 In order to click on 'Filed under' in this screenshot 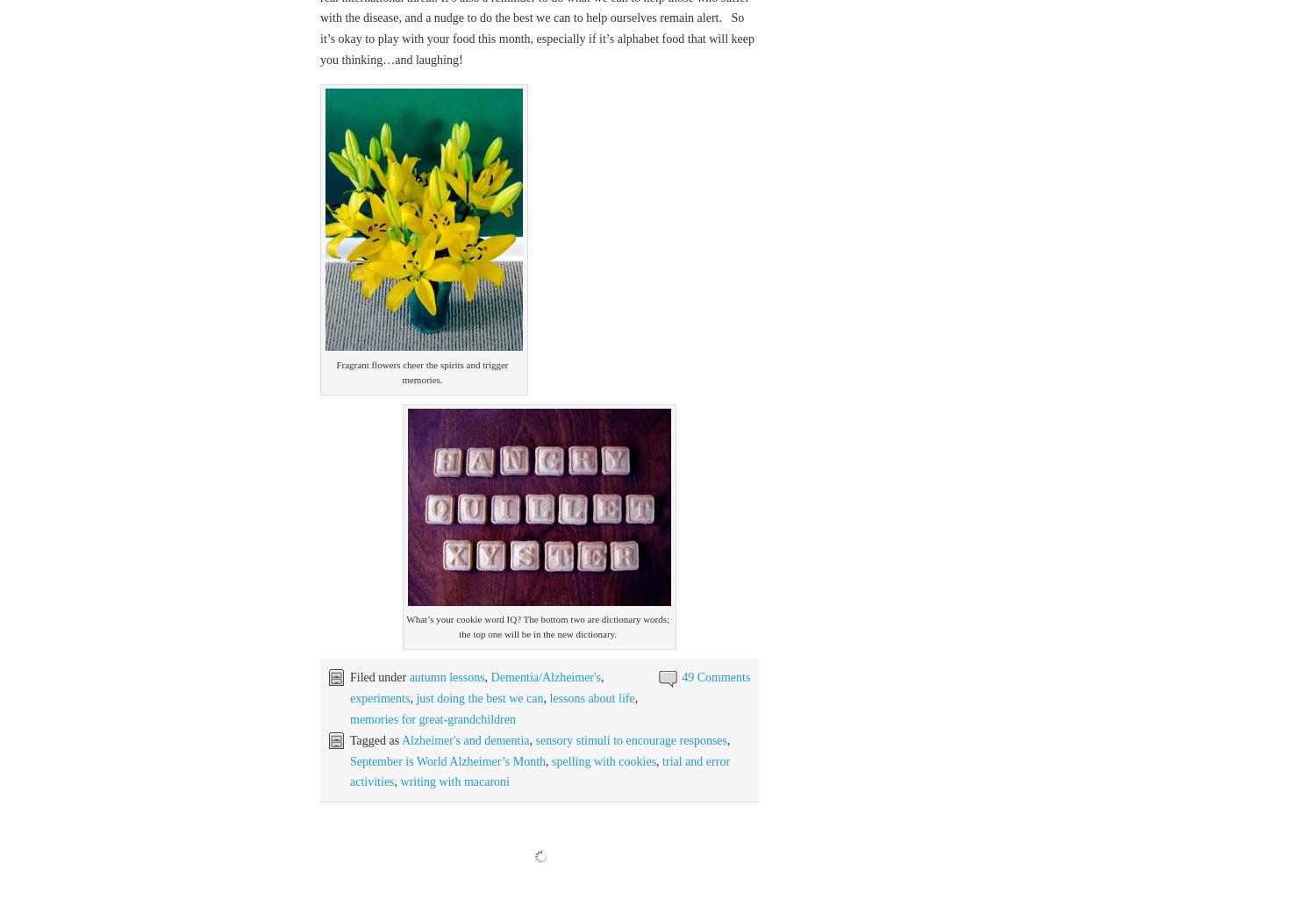, I will do `click(350, 677)`.